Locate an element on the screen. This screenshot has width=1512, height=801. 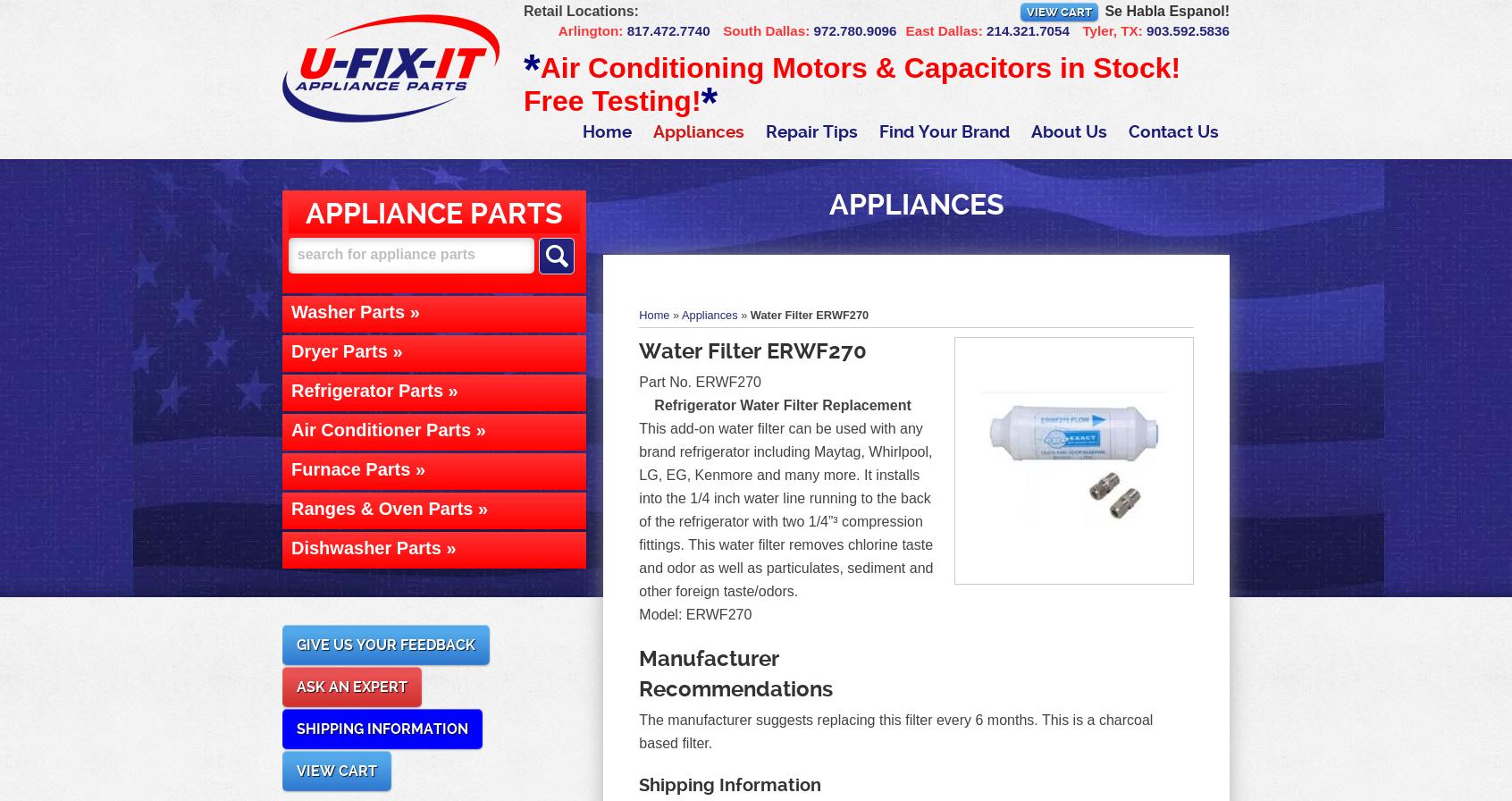
'Refrigerator Water Filter Replacement' is located at coordinates (781, 404).